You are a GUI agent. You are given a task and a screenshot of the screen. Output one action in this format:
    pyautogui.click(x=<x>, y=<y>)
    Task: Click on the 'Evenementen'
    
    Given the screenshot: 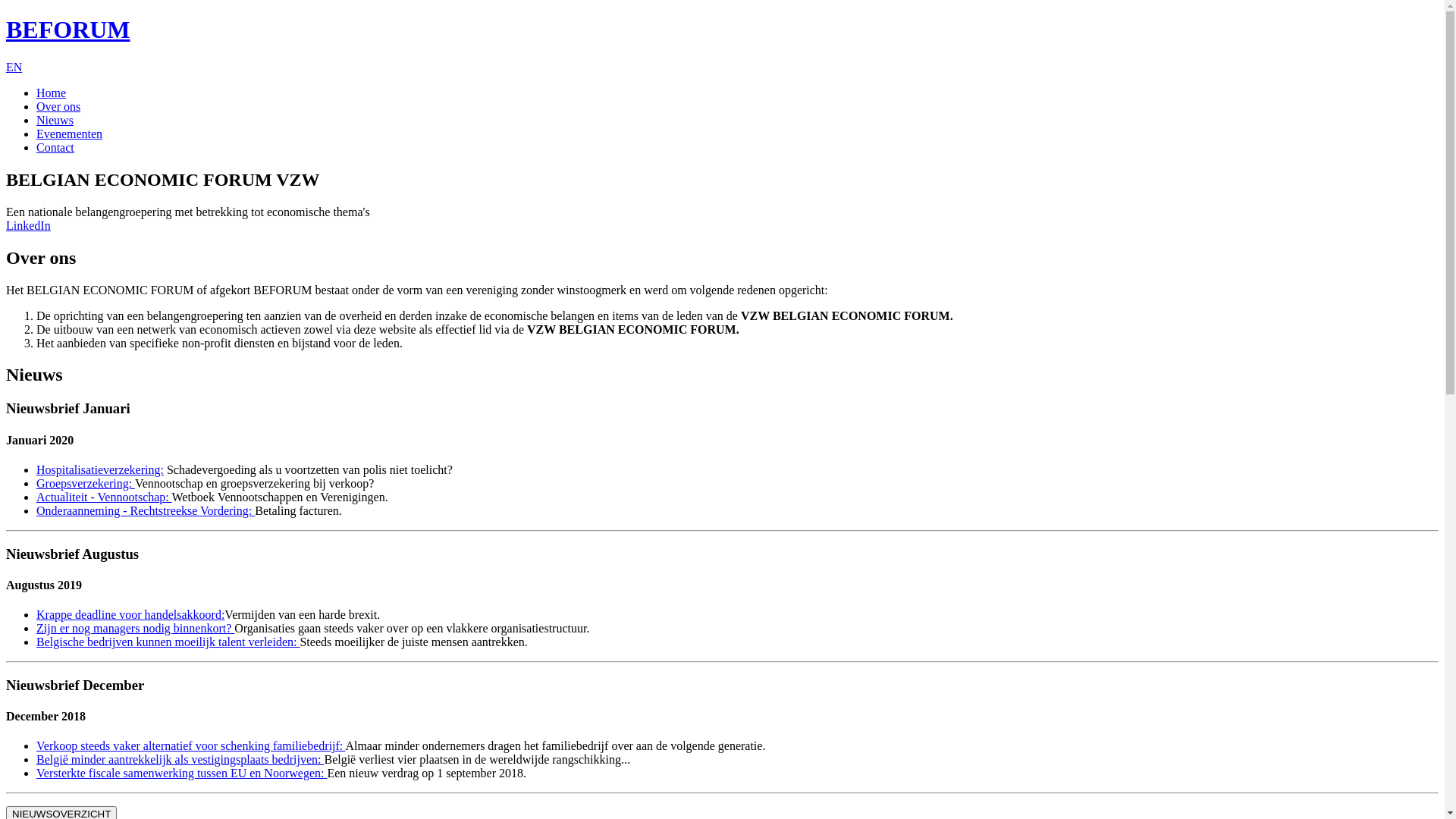 What is the action you would take?
    pyautogui.click(x=68, y=133)
    